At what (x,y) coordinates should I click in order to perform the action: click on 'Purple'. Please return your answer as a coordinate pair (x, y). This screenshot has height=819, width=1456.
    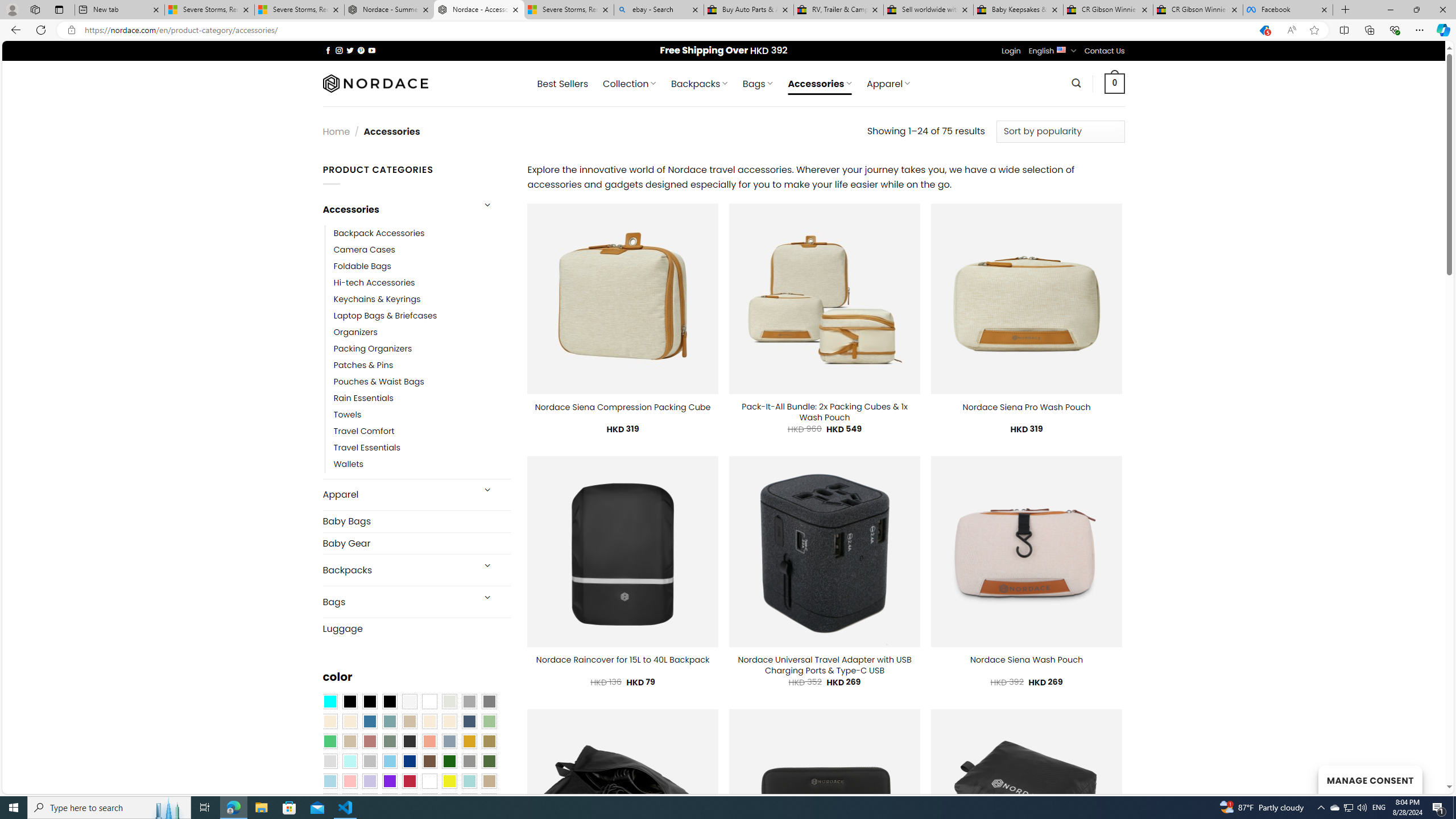
    Looking at the image, I should click on (389, 780).